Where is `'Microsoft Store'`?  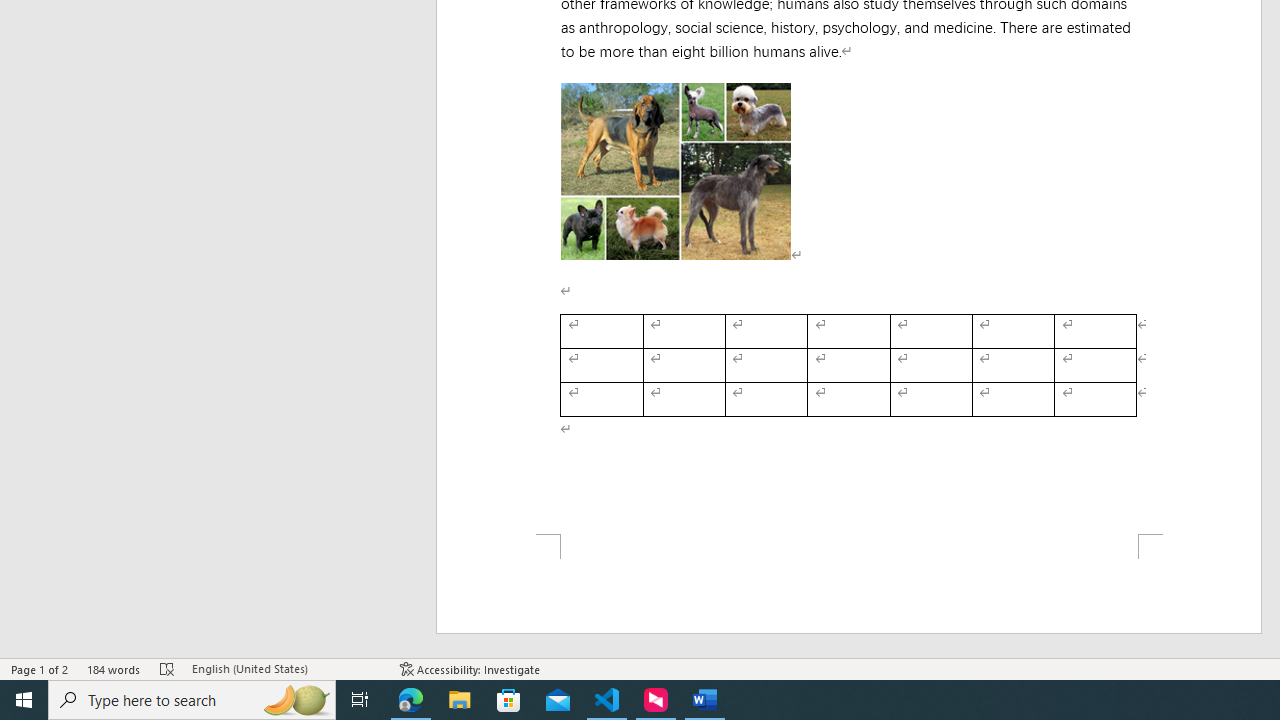
'Microsoft Store' is located at coordinates (509, 698).